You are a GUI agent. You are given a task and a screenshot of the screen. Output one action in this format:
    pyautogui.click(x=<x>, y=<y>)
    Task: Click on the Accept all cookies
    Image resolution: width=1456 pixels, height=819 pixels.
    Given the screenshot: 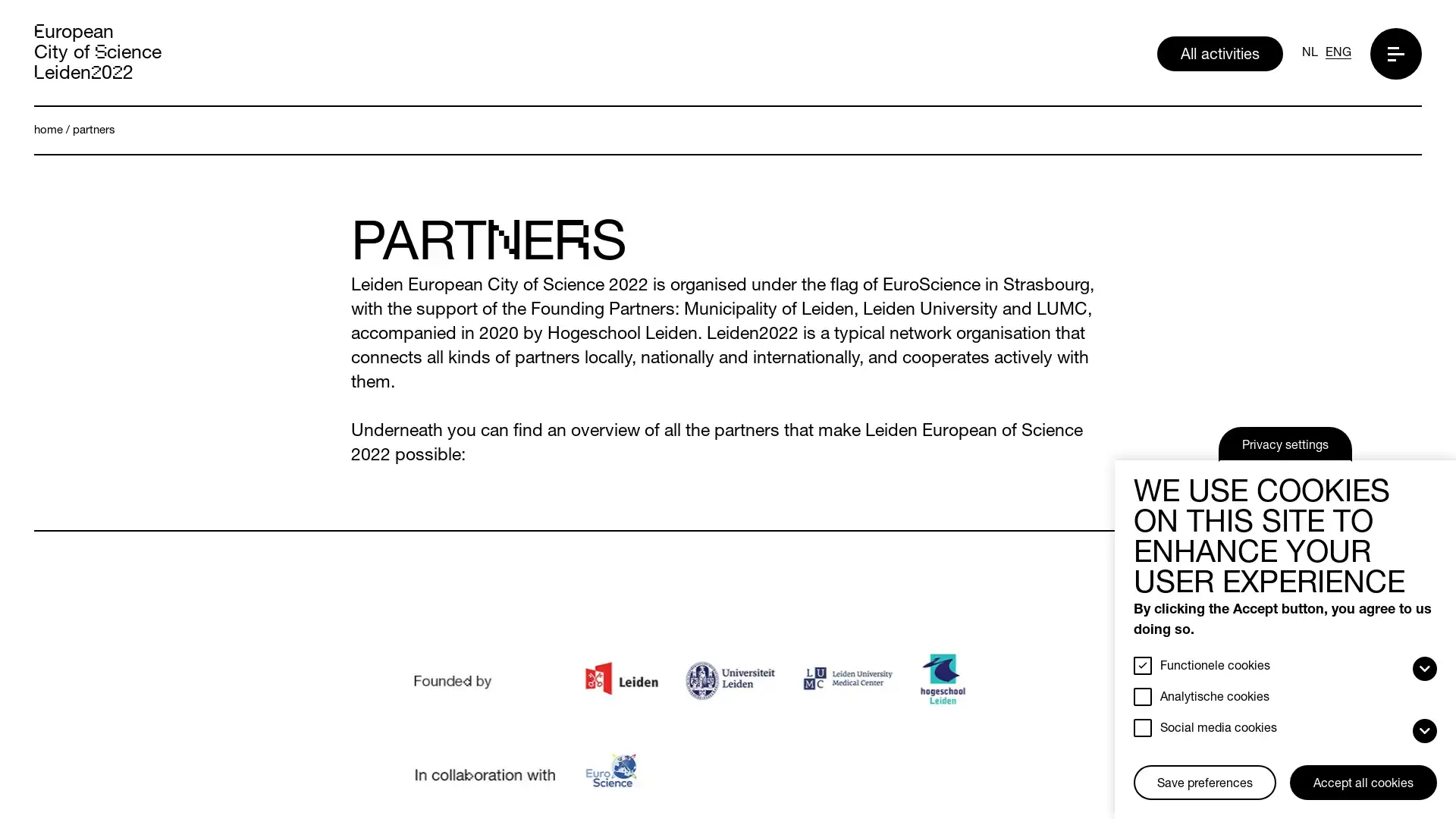 What is the action you would take?
    pyautogui.click(x=1363, y=783)
    